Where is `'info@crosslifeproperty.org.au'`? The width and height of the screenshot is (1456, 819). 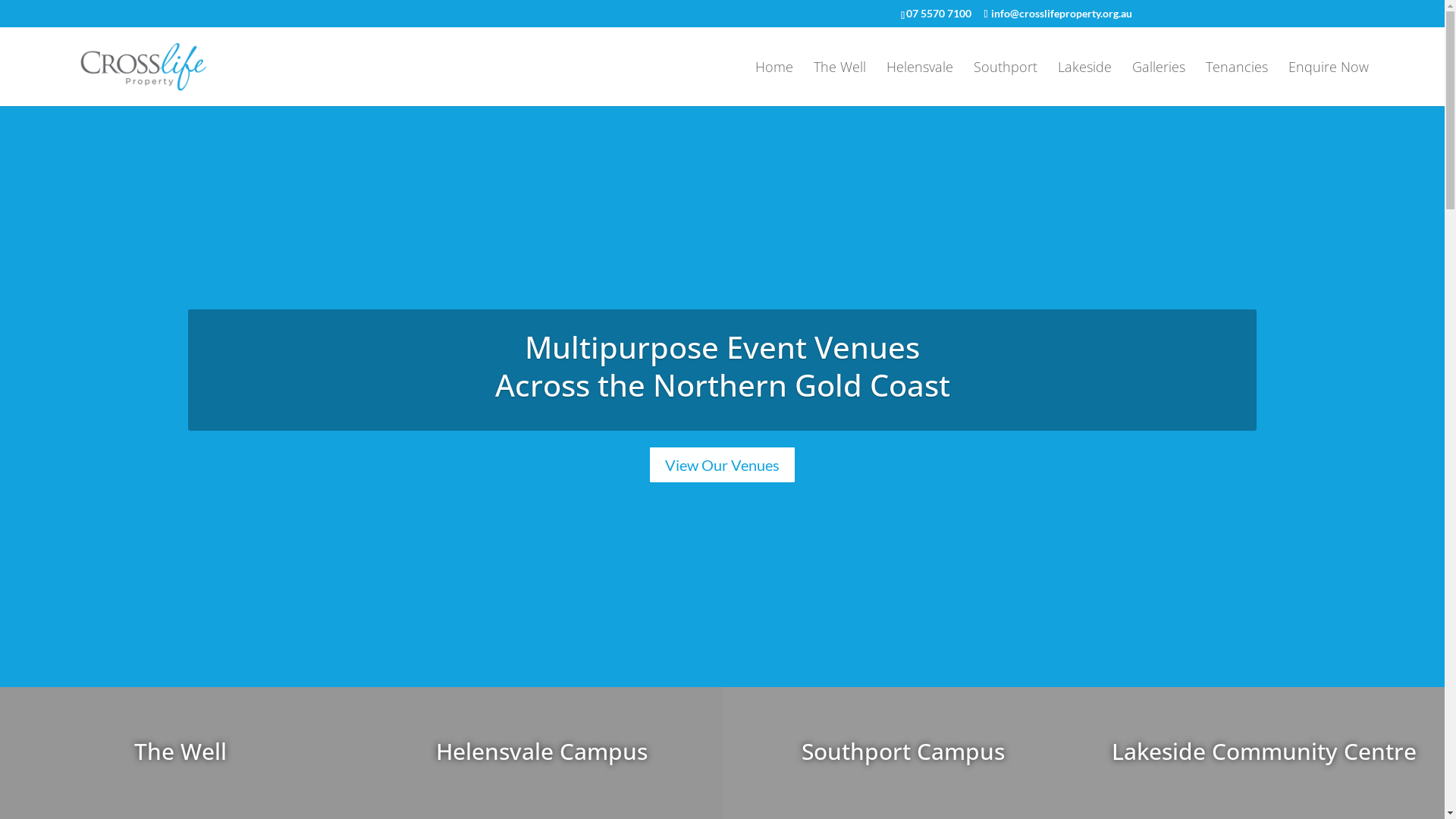
'info@crosslifeproperty.org.au' is located at coordinates (1056, 12).